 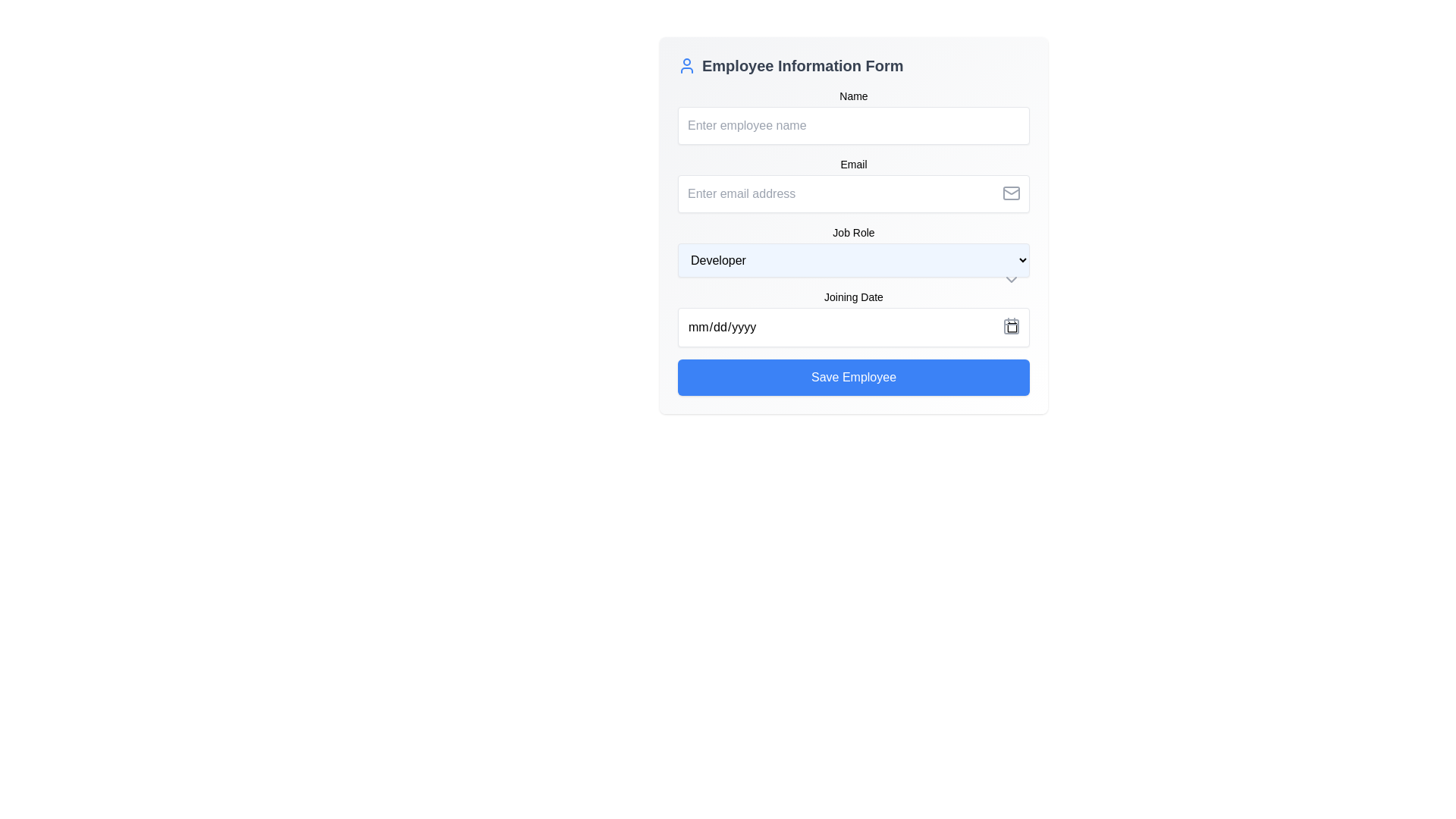 What do you see at coordinates (854, 225) in the screenshot?
I see `the 'Job Role' dropdown menu, which is labeled with the selected option 'Developer' and features a blue background and a downward-pointing chevron icon` at bounding box center [854, 225].